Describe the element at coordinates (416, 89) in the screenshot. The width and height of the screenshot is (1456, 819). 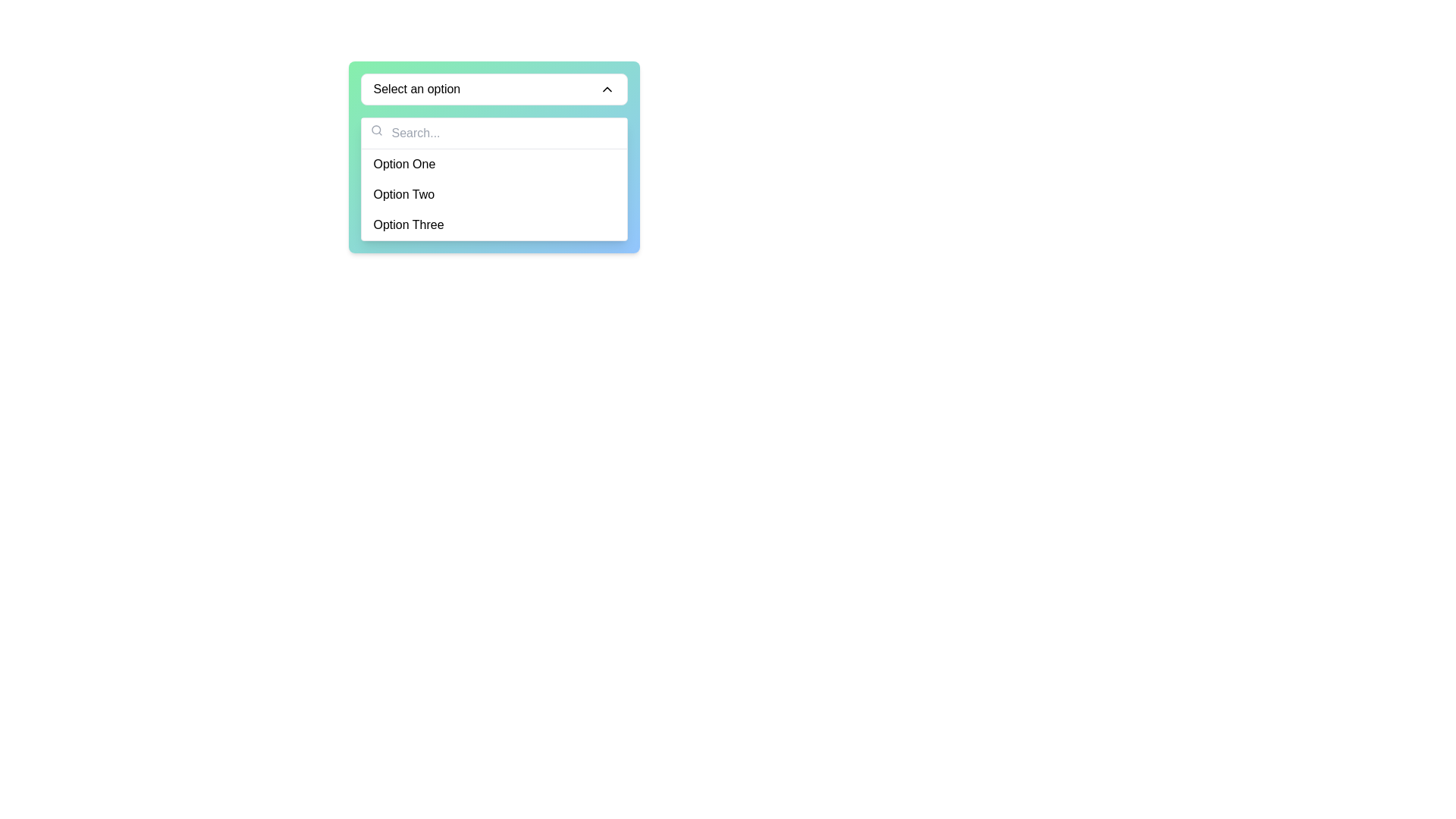
I see `the text label displaying 'Select an option' positioned within the dropdown component` at that location.